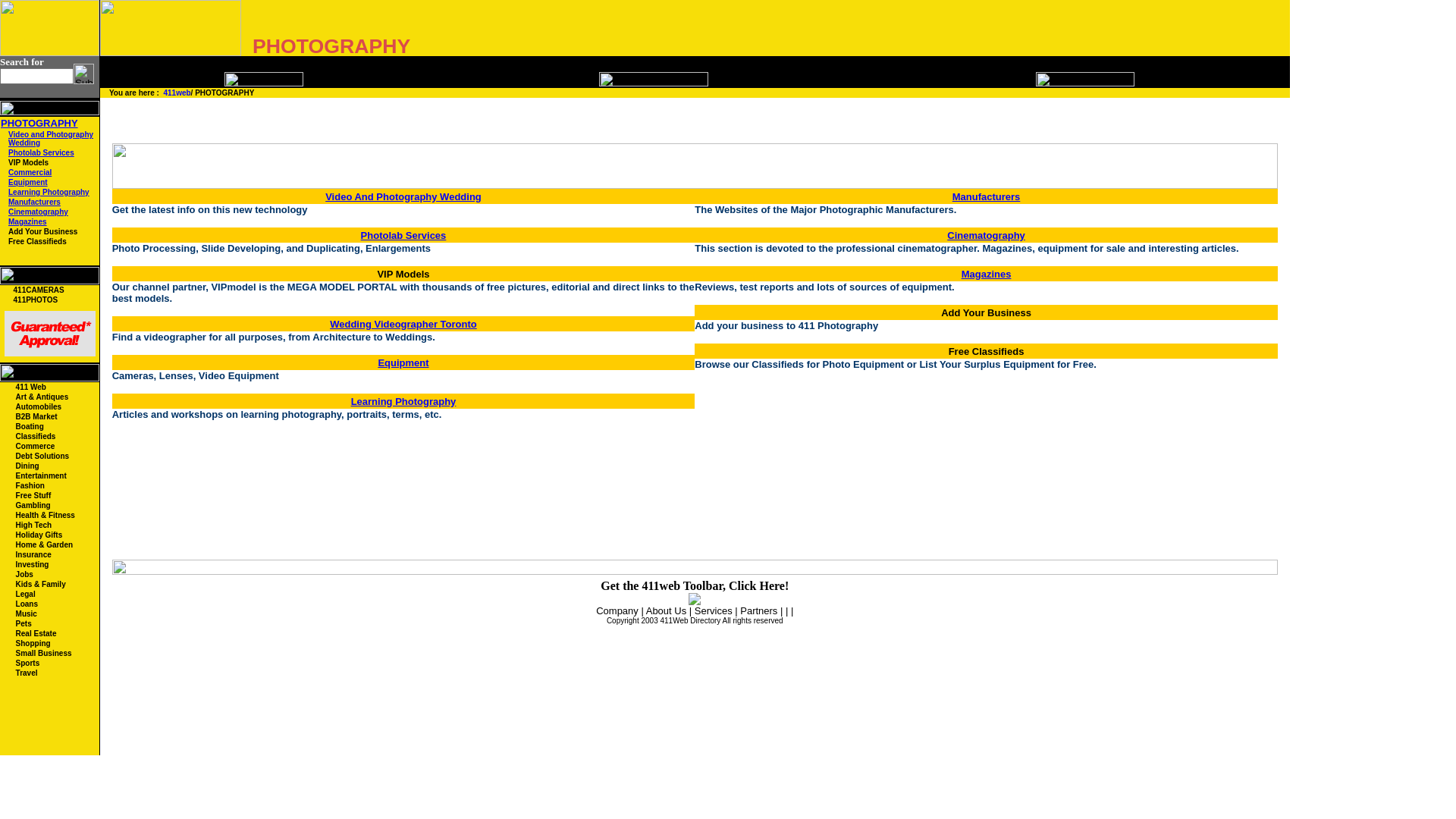 This screenshot has height=819, width=1456. What do you see at coordinates (324, 195) in the screenshot?
I see `'Video And Photography Wedding'` at bounding box center [324, 195].